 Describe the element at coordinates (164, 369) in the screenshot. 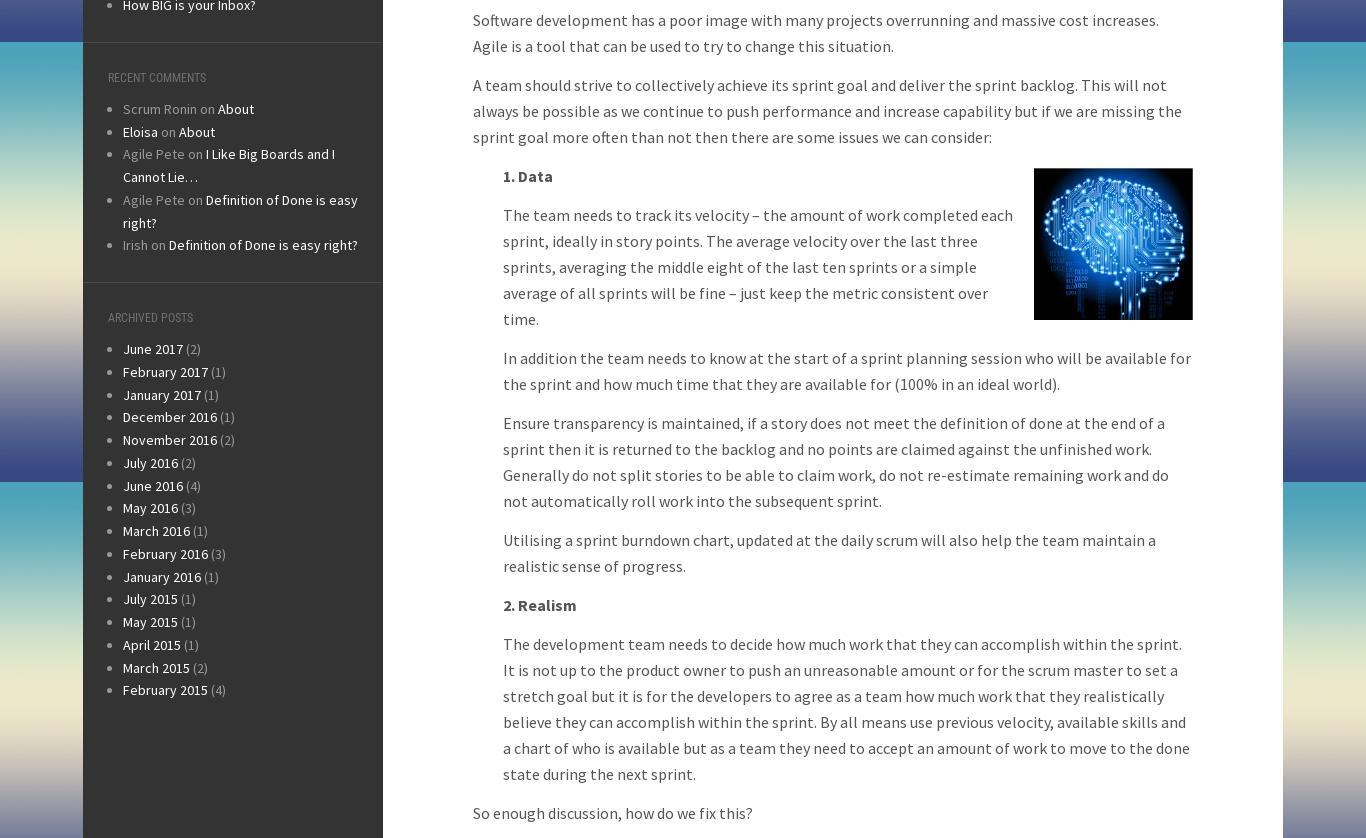

I see `'February 2017'` at that location.